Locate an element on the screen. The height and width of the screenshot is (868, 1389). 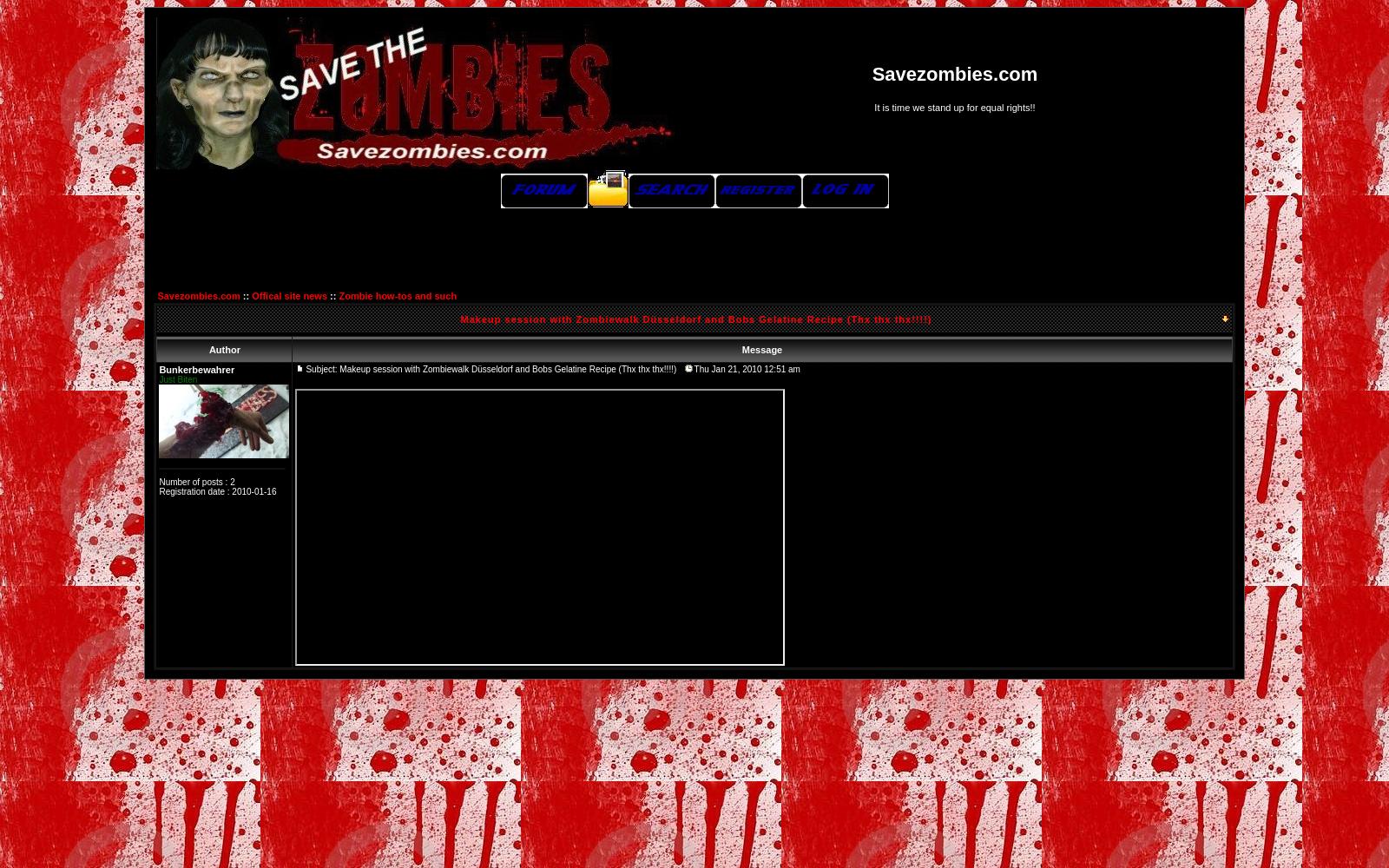
'Makeup session with Zombiewalk Düsseldorf and Bobs Gelatine Recipe (Thx thx thx!!!!)' is located at coordinates (694, 318).